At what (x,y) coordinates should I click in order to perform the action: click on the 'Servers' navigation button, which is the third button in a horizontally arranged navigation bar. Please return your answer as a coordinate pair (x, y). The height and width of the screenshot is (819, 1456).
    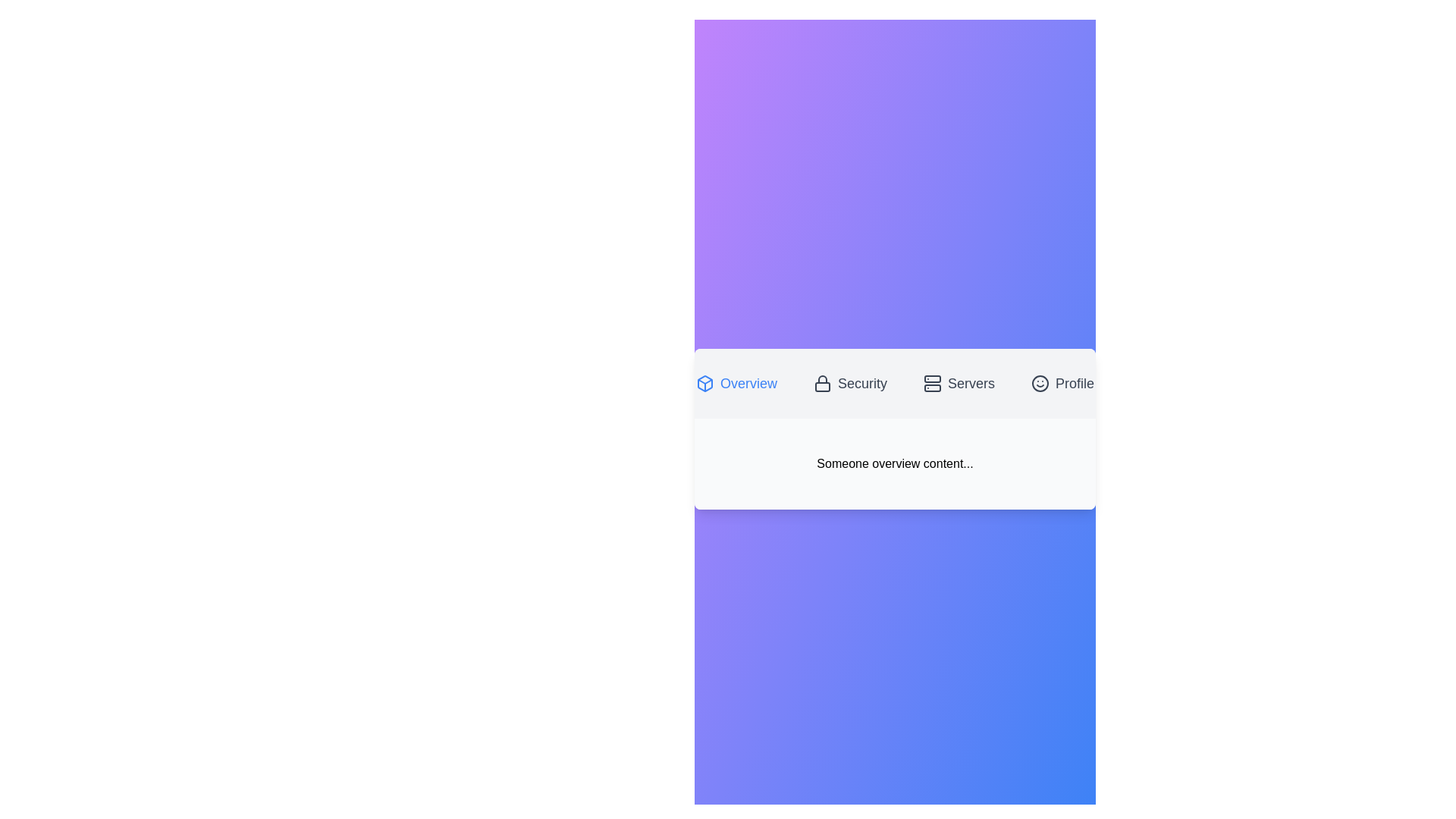
    Looking at the image, I should click on (959, 382).